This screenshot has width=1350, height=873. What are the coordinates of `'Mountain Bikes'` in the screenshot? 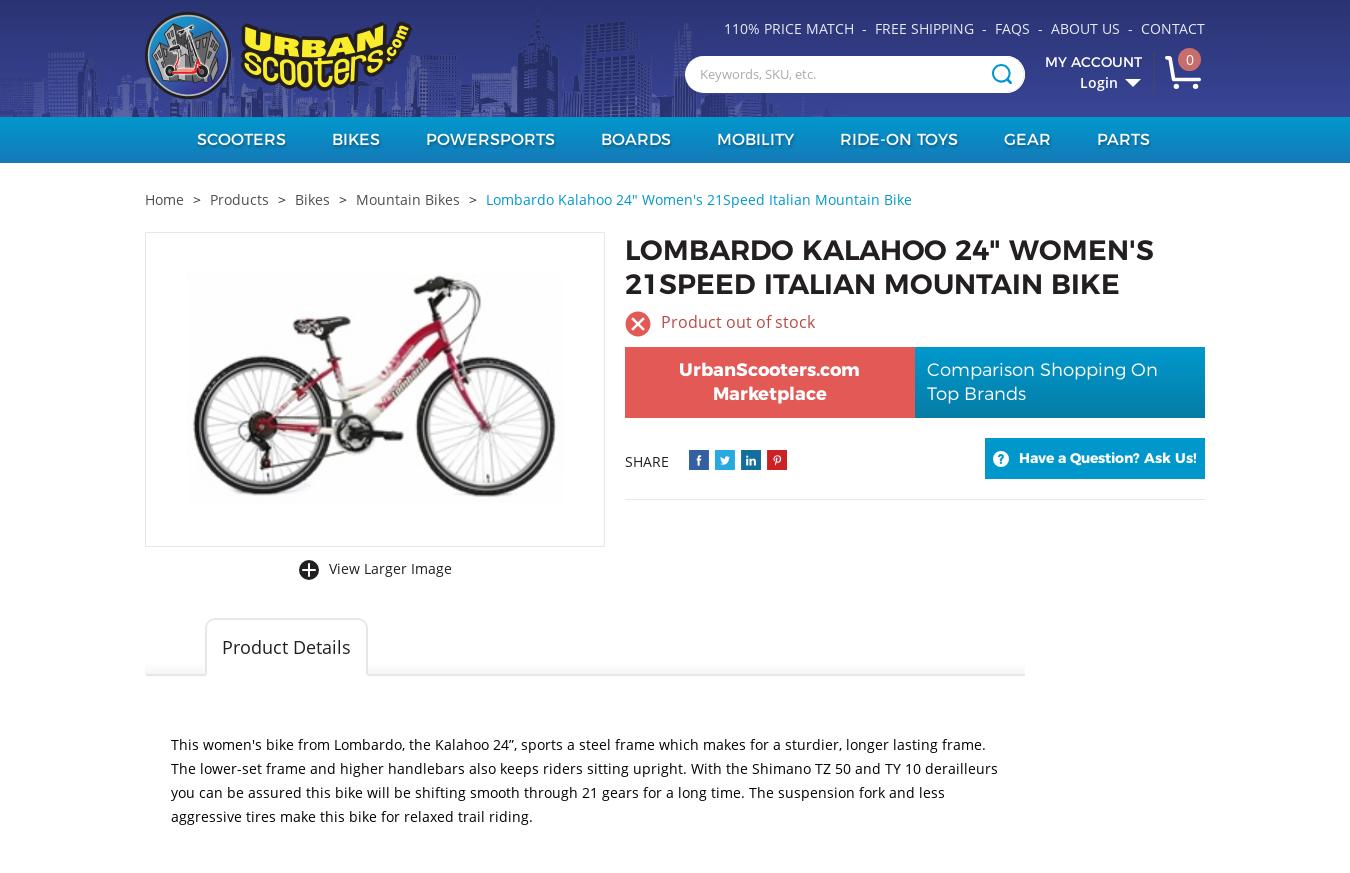 It's located at (355, 198).